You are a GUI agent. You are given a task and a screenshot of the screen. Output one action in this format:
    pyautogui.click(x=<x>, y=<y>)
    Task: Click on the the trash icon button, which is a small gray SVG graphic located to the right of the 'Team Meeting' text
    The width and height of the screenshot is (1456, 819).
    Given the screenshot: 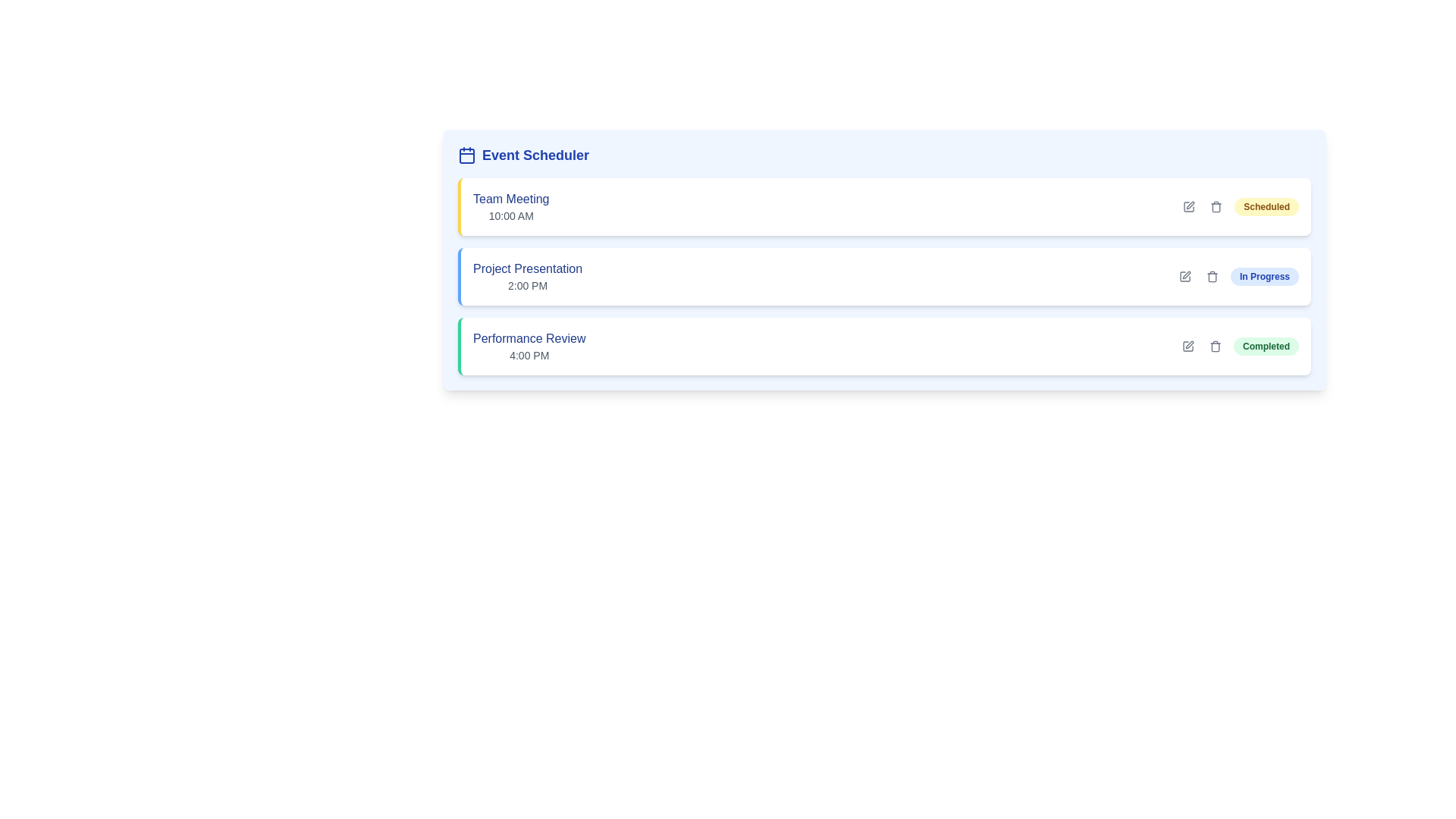 What is the action you would take?
    pyautogui.click(x=1216, y=207)
    